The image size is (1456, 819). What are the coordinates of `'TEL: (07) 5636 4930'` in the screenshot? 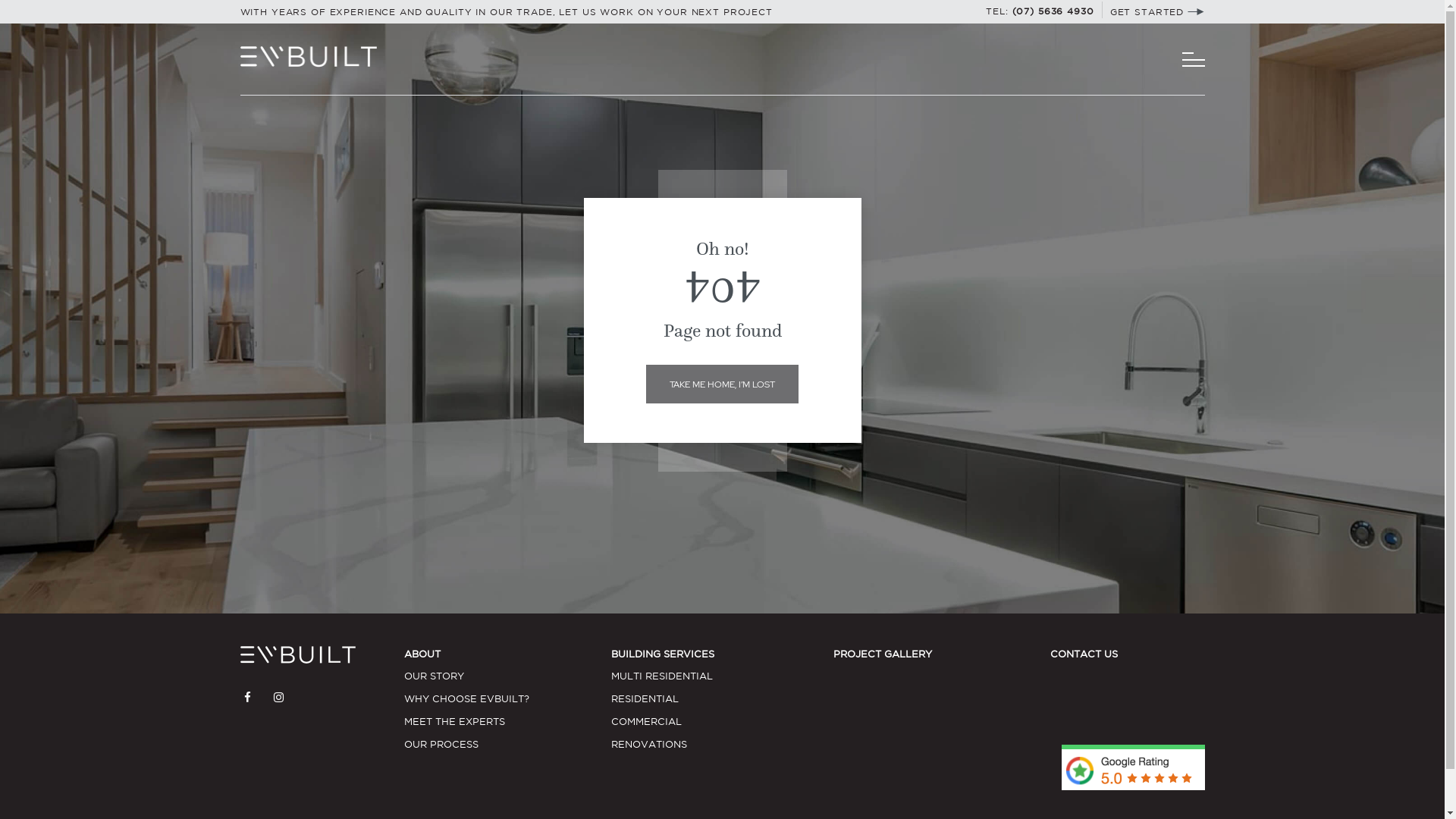 It's located at (986, 11).